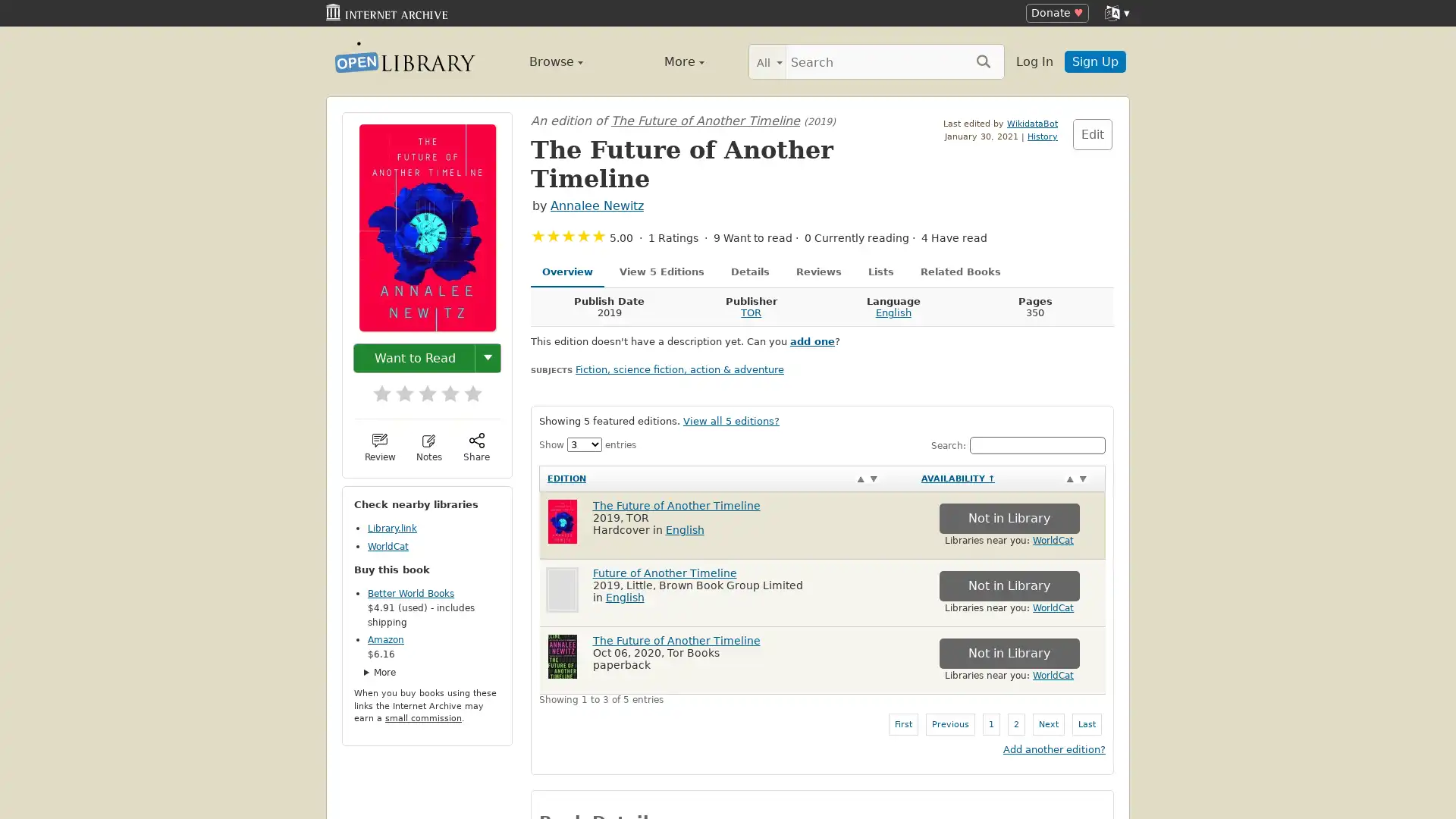 The width and height of the screenshot is (1456, 819). I want to click on Search submit, so click(983, 60).